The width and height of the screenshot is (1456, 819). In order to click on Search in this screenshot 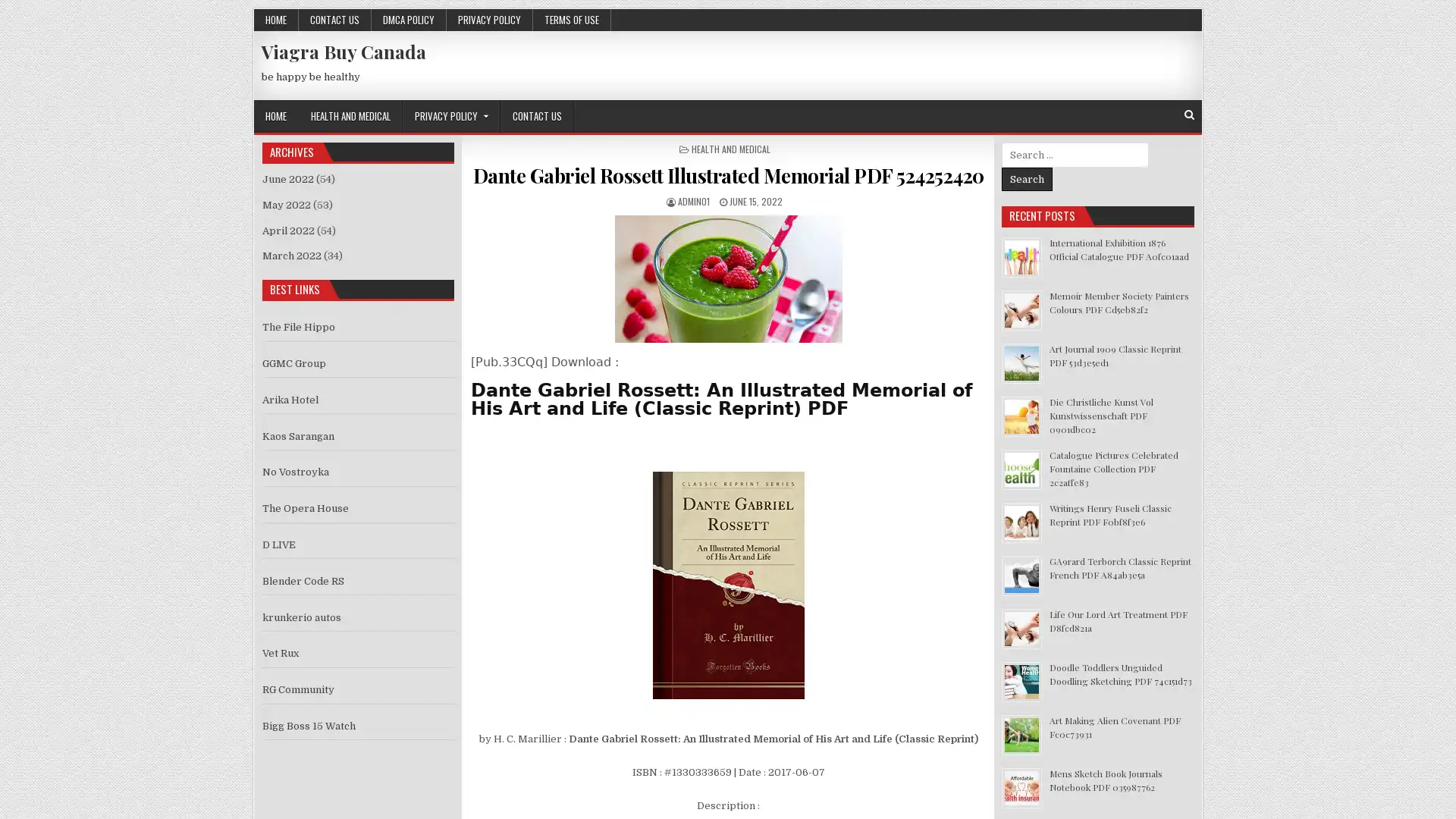, I will do `click(1027, 178)`.